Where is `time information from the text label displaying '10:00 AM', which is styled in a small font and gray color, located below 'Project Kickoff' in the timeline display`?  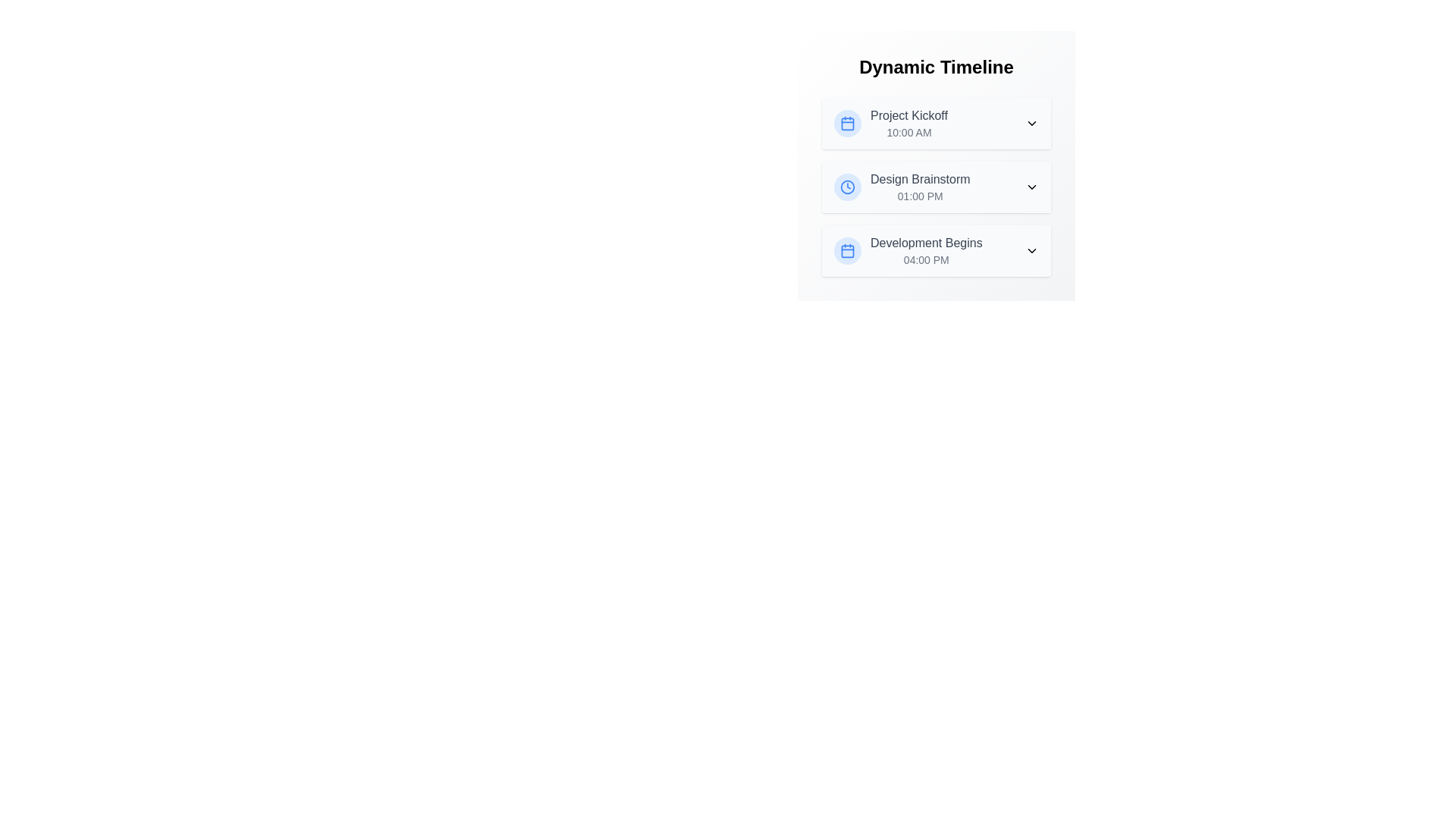 time information from the text label displaying '10:00 AM', which is styled in a small font and gray color, located below 'Project Kickoff' in the timeline display is located at coordinates (909, 131).